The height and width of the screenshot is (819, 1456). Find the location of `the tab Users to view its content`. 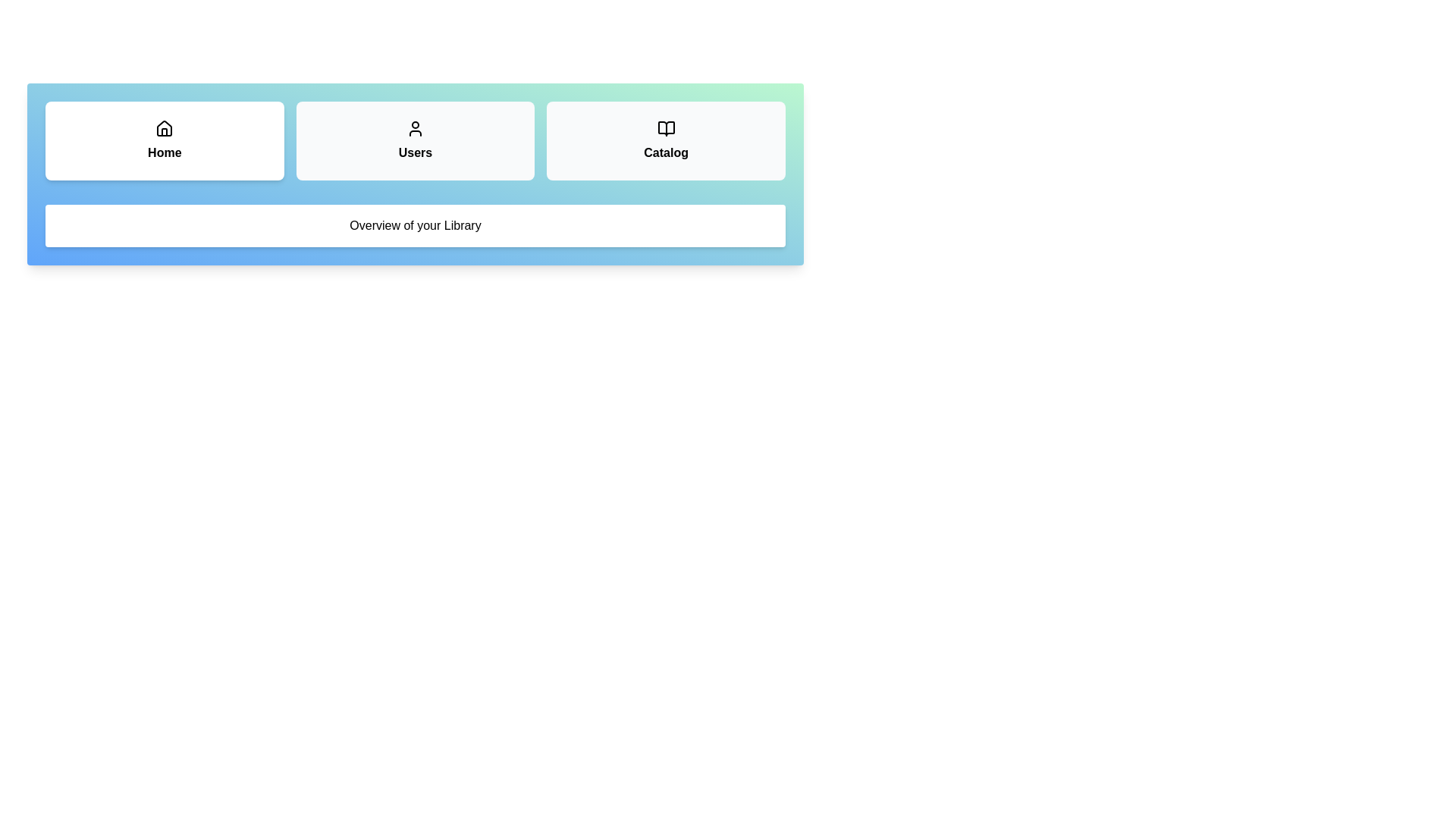

the tab Users to view its content is located at coordinates (415, 140).